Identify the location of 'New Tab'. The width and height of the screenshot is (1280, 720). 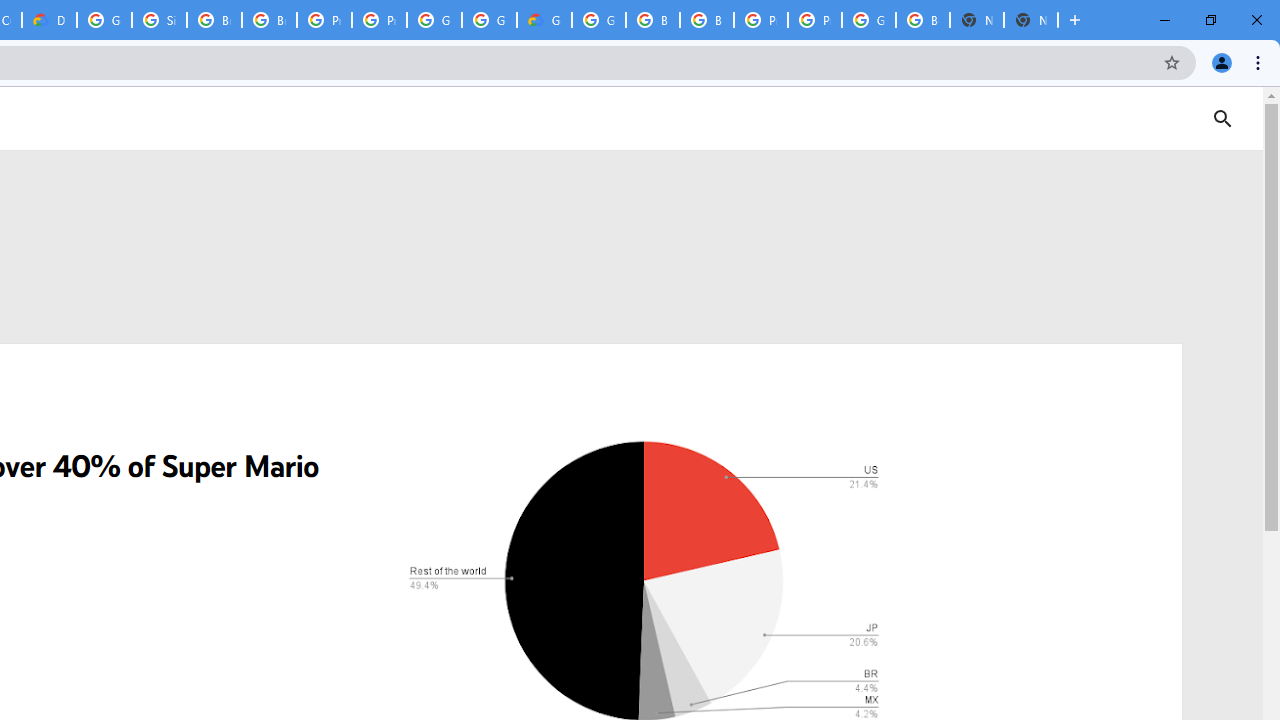
(1031, 20).